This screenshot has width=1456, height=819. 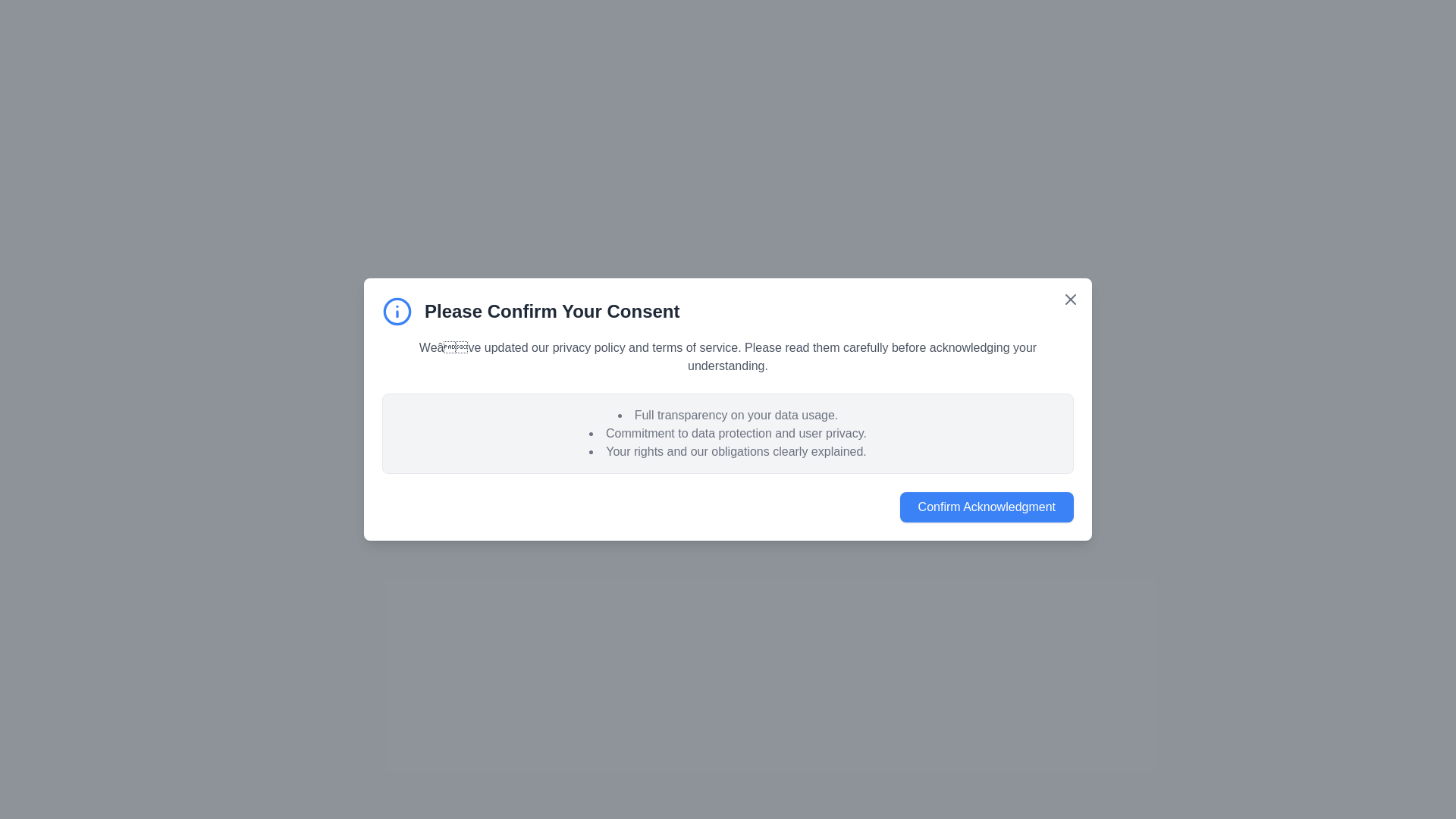 What do you see at coordinates (1069, 299) in the screenshot?
I see `close button in the top-right corner of the prompt to dismiss it` at bounding box center [1069, 299].